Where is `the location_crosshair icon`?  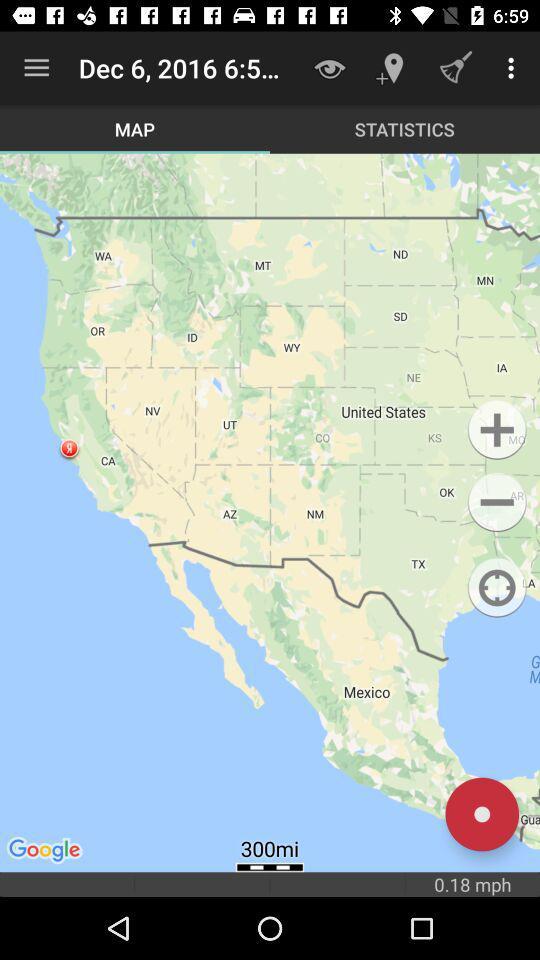
the location_crosshair icon is located at coordinates (496, 588).